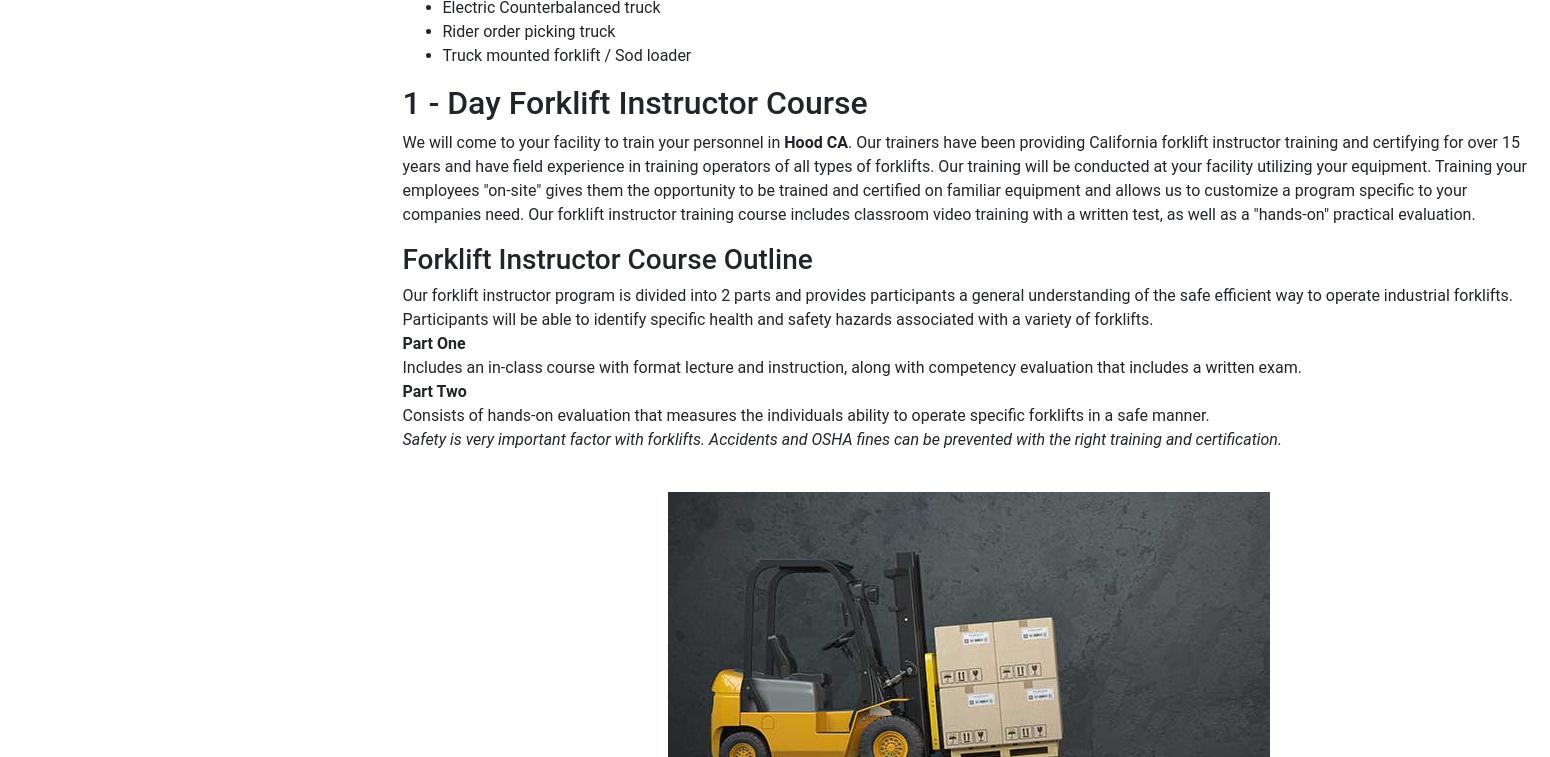 This screenshot has width=1550, height=757. I want to click on '. Our trainers have been providing California forklift instructor training and certifying for over 15 years and have field experience in training operators of all types of forklifts. Our training will be conducted at your facility utilizing your equipment. Training your employees "on-site" gives them the opportunity to be trained and certified on familiar equipment and allows us to customize a program specific to your companies need. Our forklift instructor training course includes classroom video training with a written test, as well as a "hands-on" practical evaluation.', so click(963, 176).